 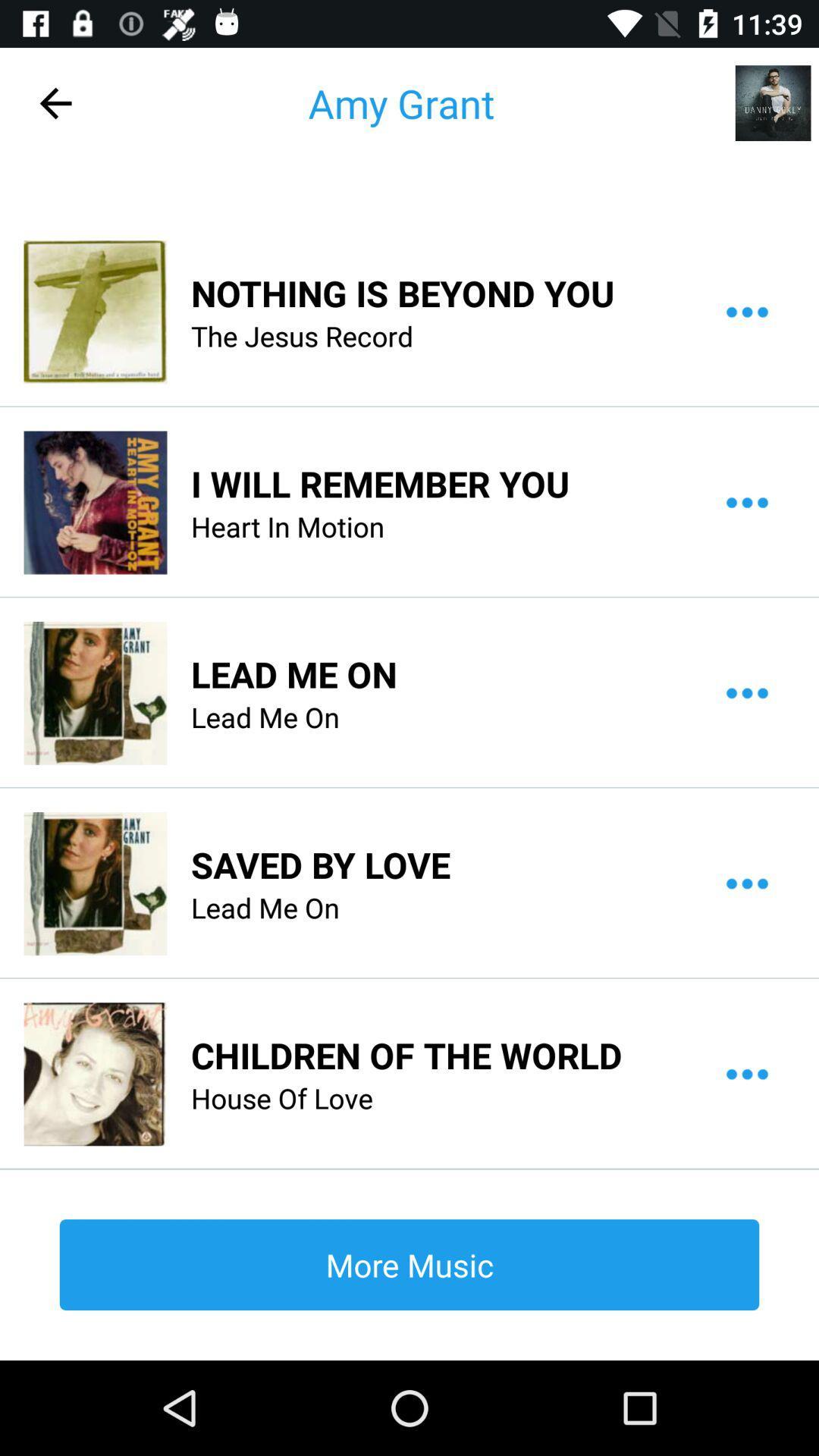 I want to click on item above the heart in motion item, so click(x=379, y=482).